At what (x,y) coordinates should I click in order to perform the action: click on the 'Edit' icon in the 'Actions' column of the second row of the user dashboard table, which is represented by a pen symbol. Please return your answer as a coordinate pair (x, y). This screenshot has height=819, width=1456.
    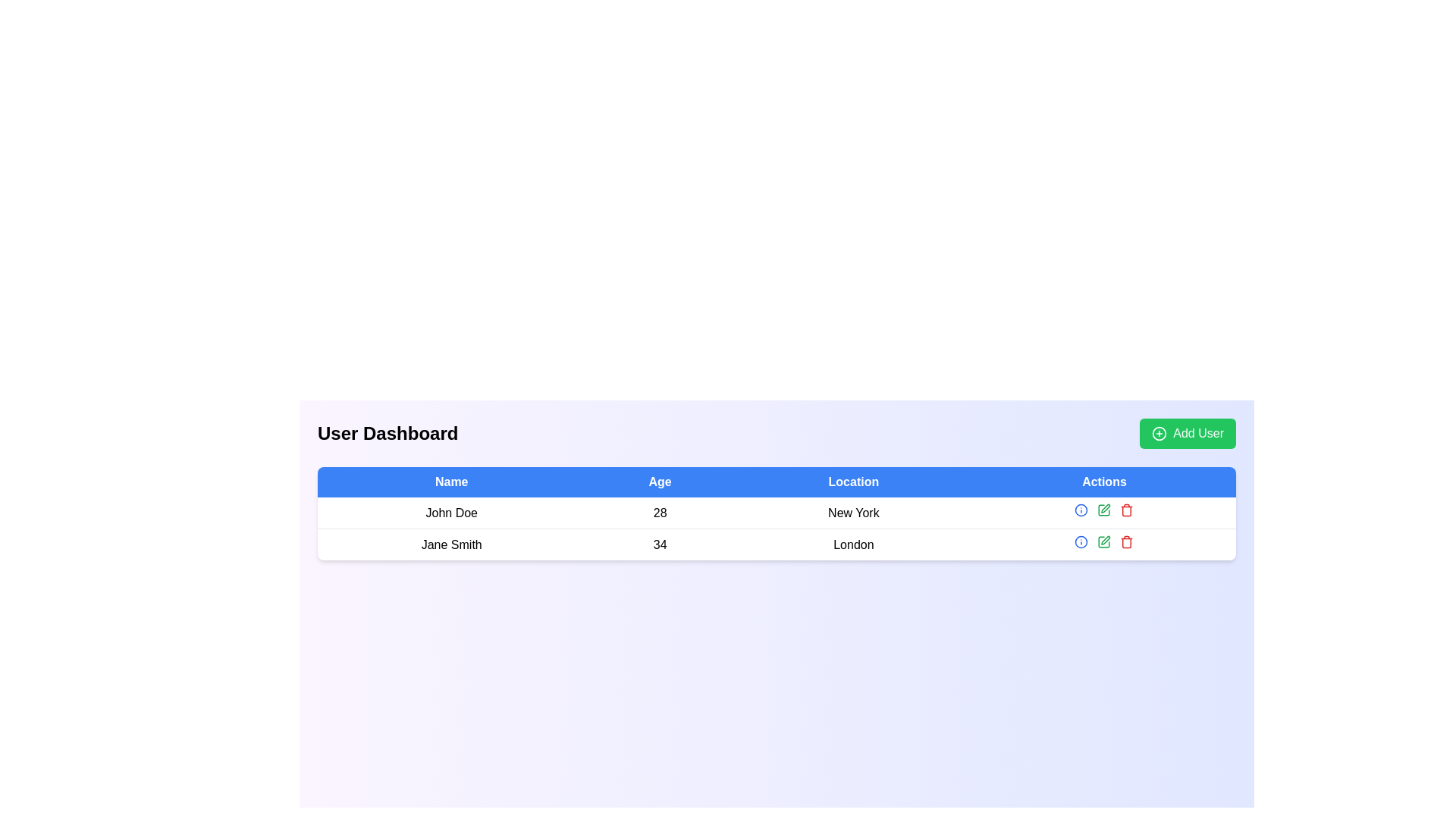
    Looking at the image, I should click on (1104, 541).